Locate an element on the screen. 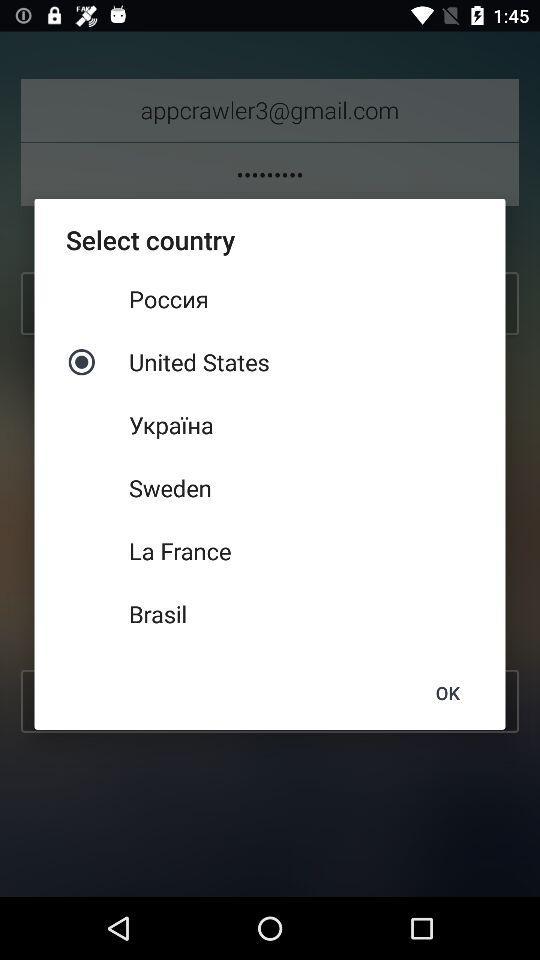 This screenshot has height=960, width=540. the checkbox below the brasil icon is located at coordinates (447, 693).